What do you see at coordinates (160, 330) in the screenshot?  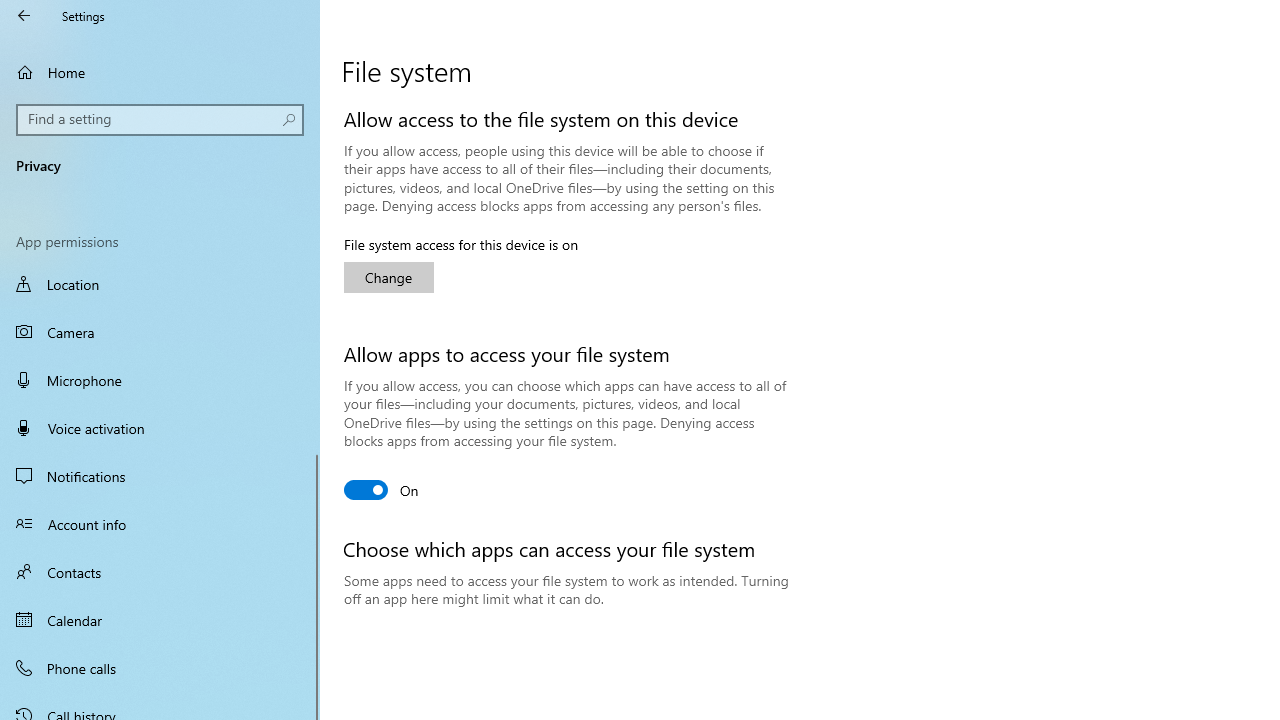 I see `'Camera'` at bounding box center [160, 330].